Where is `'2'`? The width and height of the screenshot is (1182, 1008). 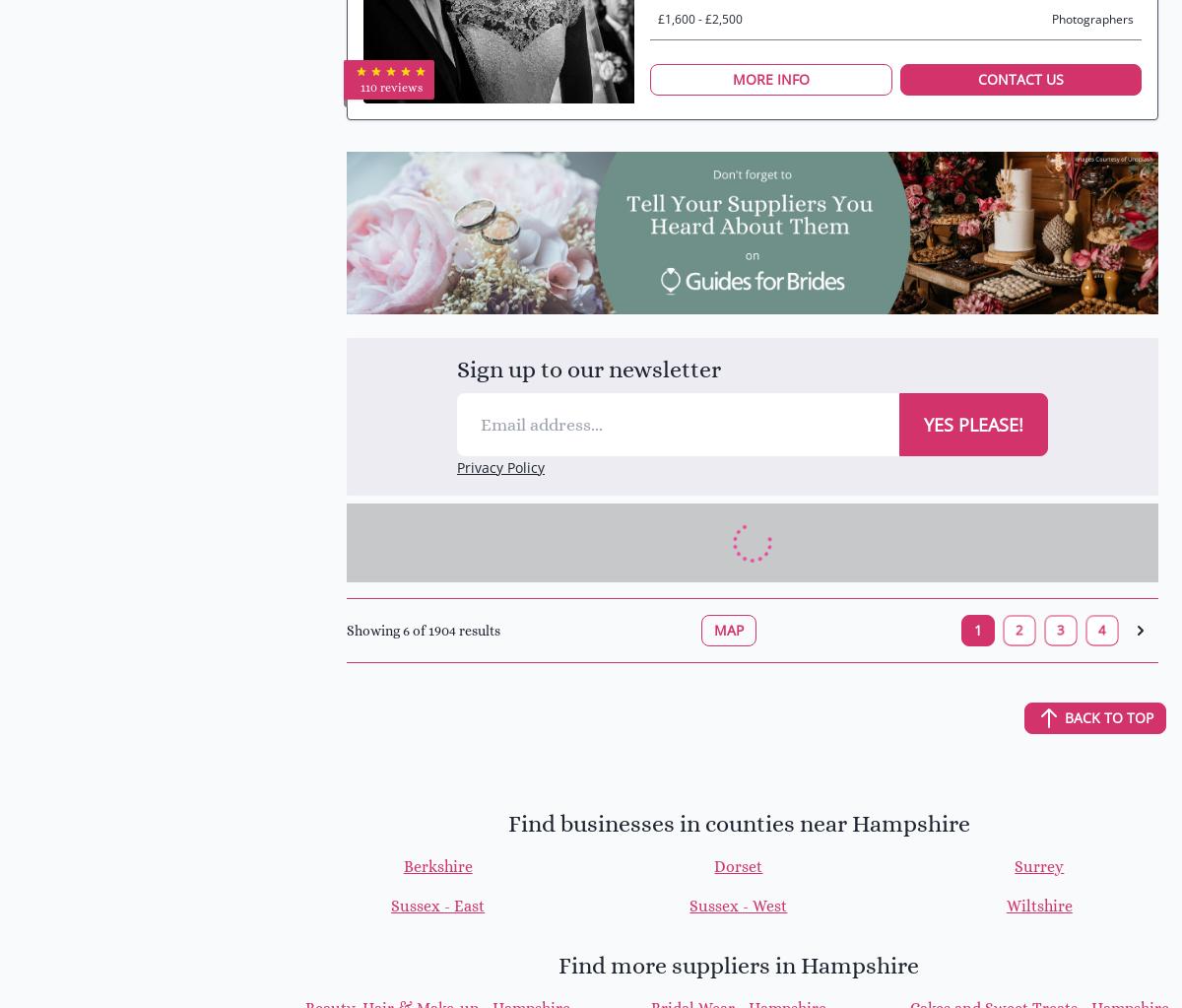
'2' is located at coordinates (1019, 629).